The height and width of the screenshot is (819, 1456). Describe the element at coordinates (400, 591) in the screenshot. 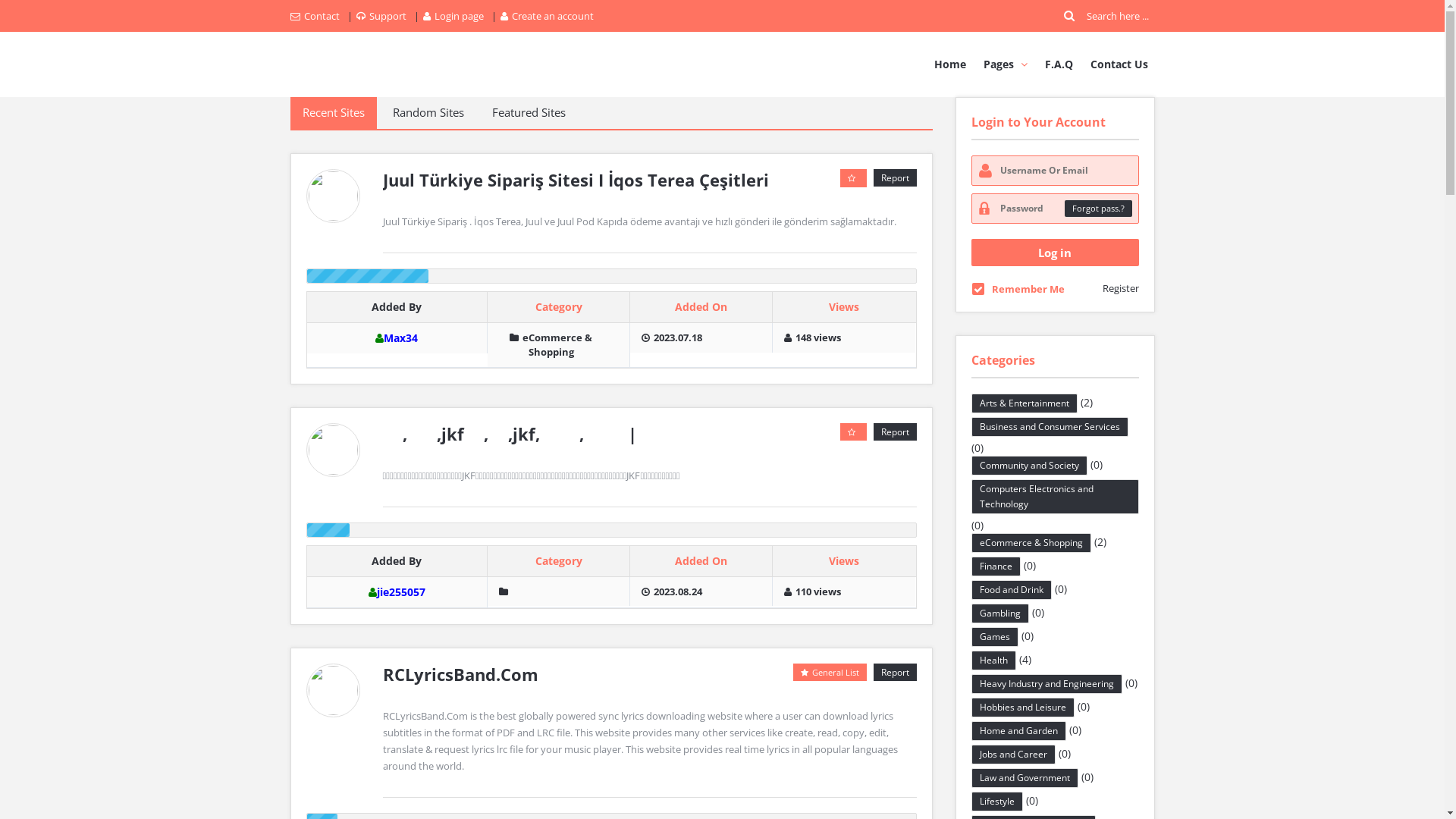

I see `'jie255057'` at that location.